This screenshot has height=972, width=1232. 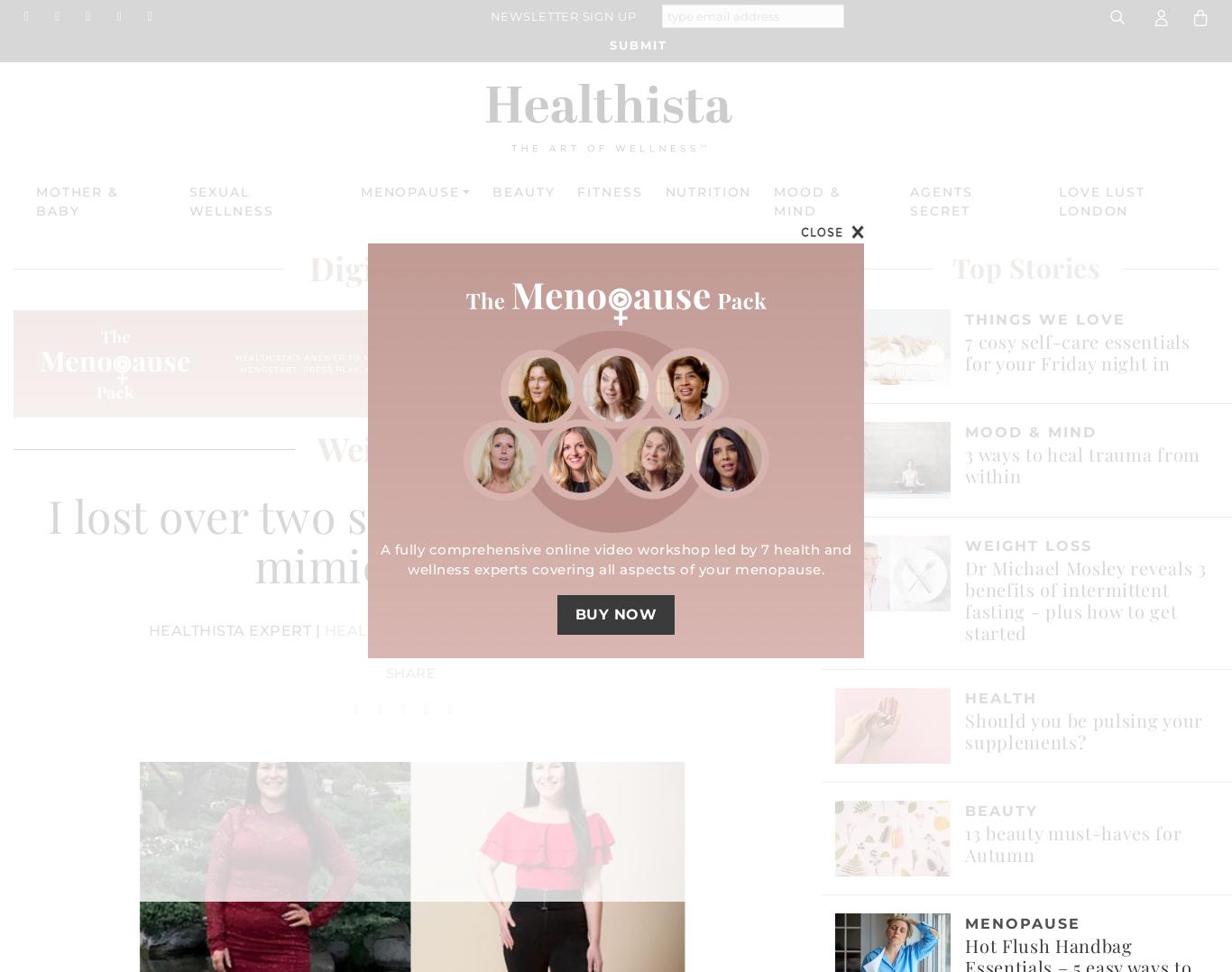 I want to click on 'Should you be pulsing your supplements?', so click(x=1083, y=729).